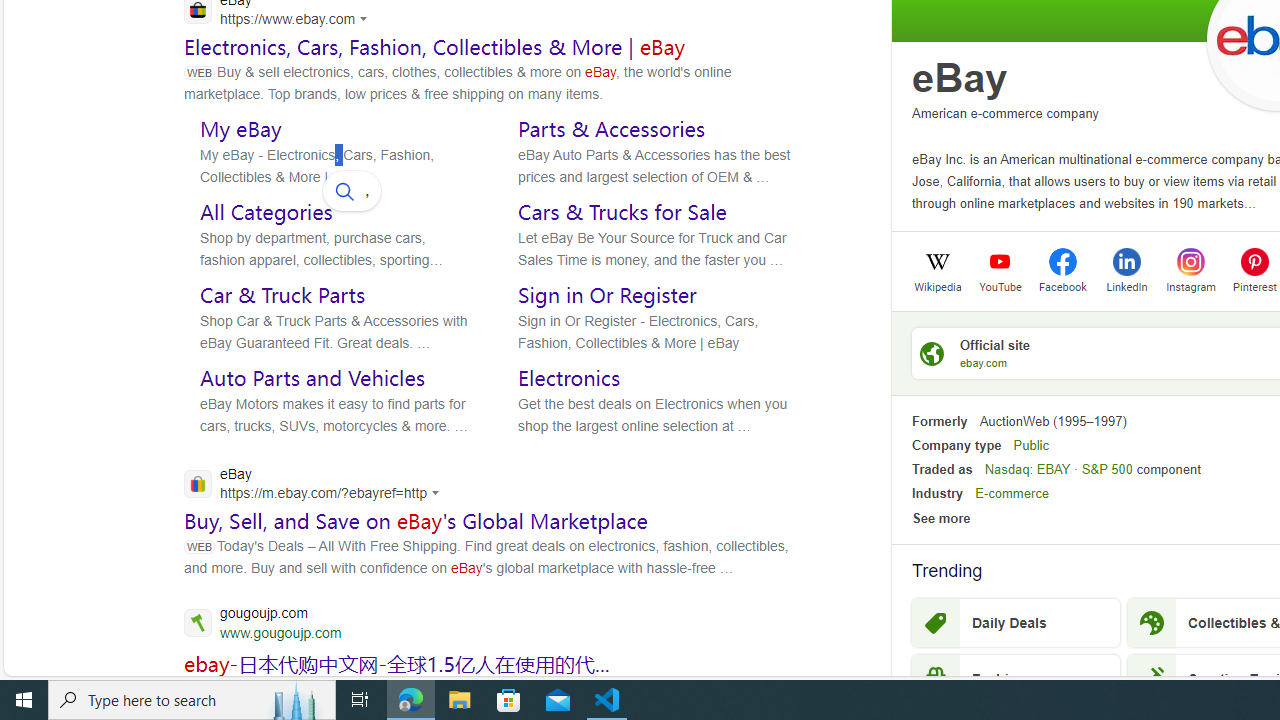  Describe the element at coordinates (1000, 285) in the screenshot. I see `'YouTube'` at that location.